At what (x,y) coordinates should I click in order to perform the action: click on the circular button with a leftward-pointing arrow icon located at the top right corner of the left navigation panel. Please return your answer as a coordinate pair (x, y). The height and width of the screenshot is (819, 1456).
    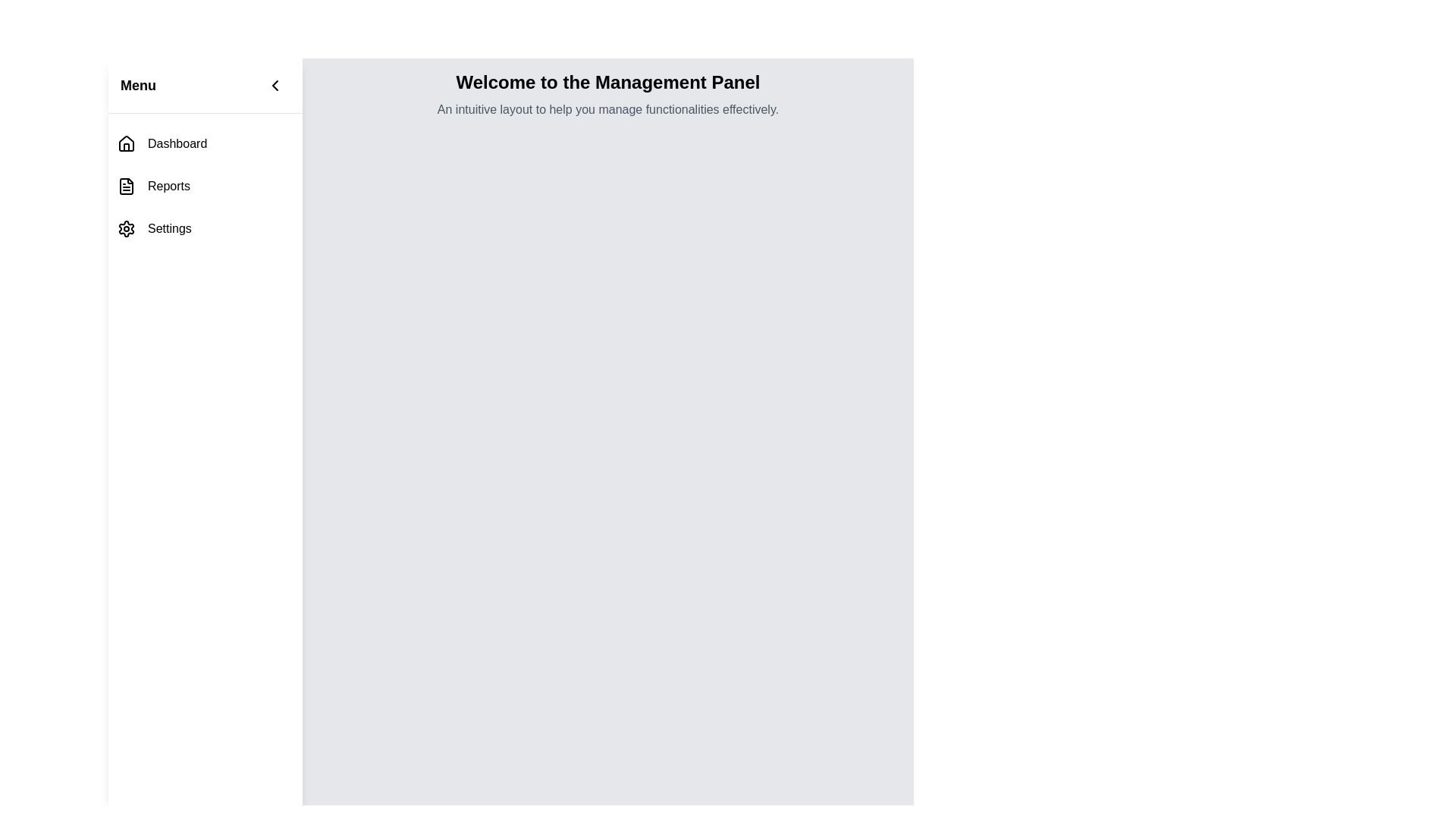
    Looking at the image, I should click on (275, 85).